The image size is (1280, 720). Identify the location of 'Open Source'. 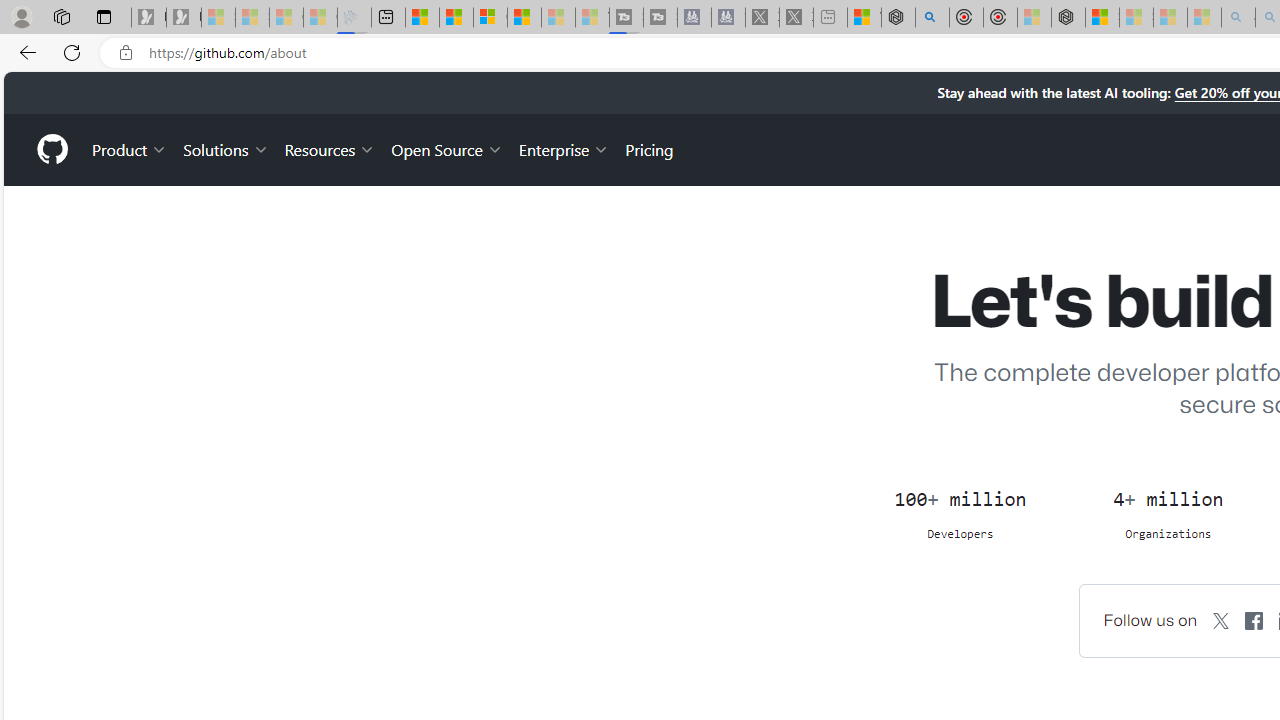
(445, 148).